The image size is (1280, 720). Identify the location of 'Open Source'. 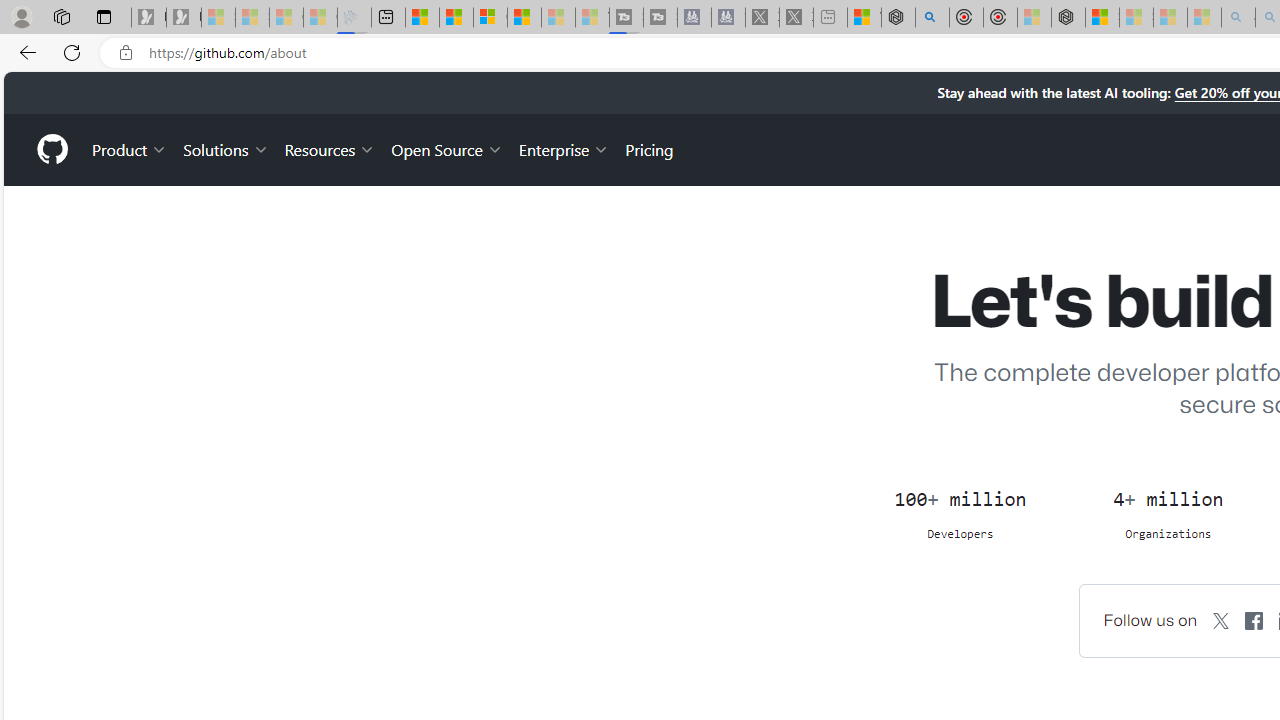
(445, 148).